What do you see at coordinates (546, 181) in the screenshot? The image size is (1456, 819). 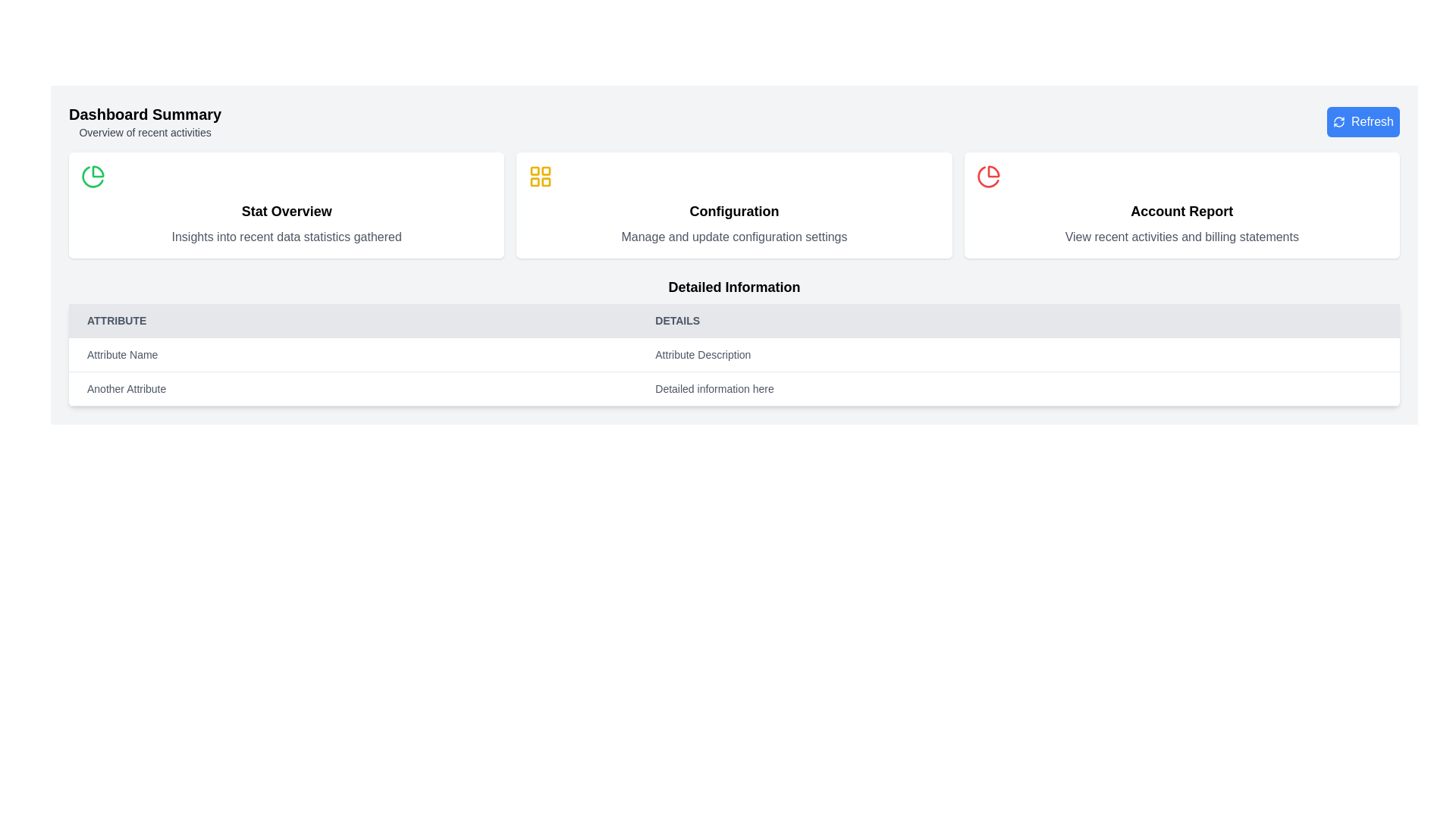 I see `the decorative square located in the bottom-right position of the 2x2 matrix within the 'Configuration' card in the layout` at bounding box center [546, 181].